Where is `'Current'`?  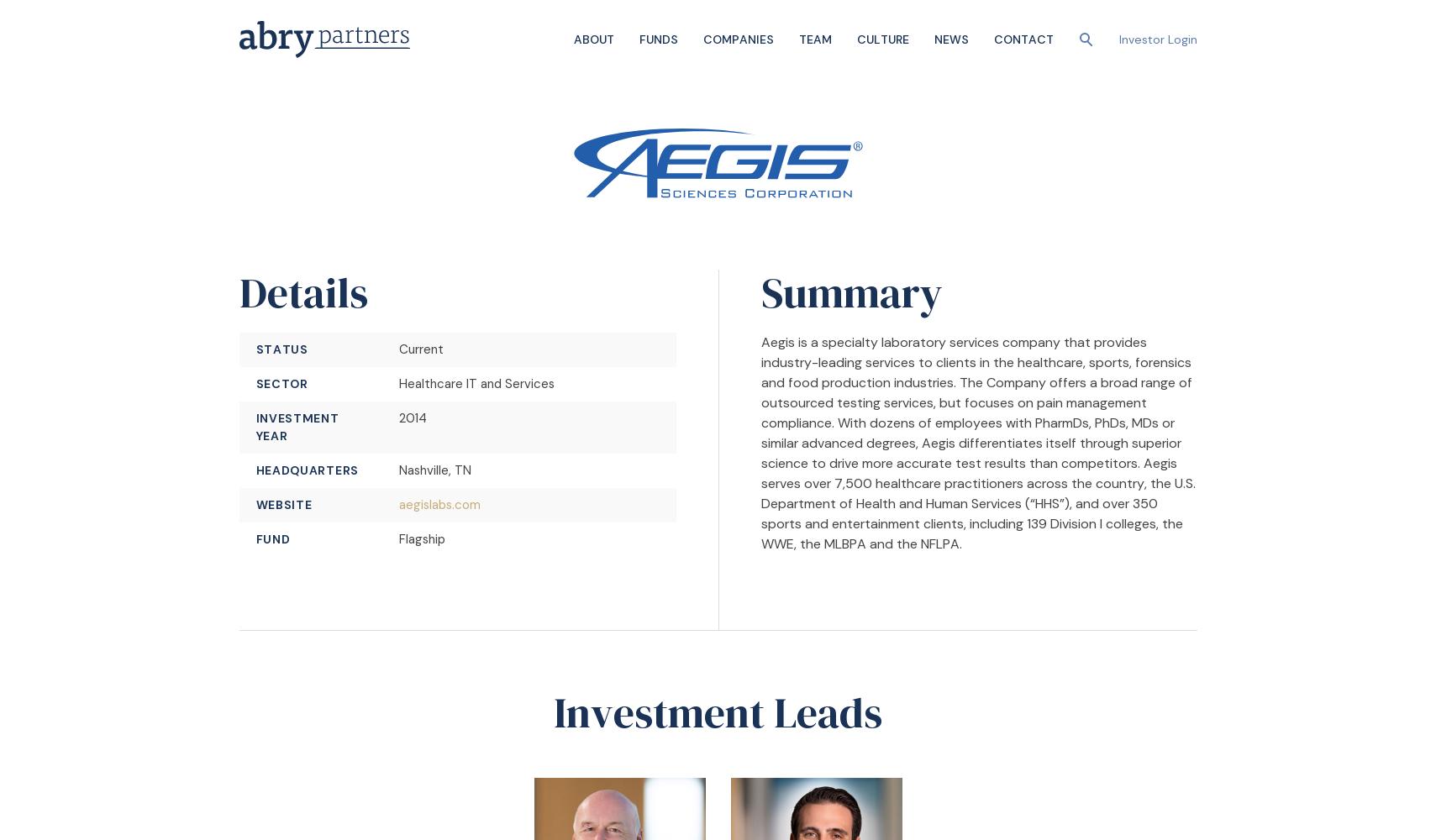
'Current' is located at coordinates (397, 349).